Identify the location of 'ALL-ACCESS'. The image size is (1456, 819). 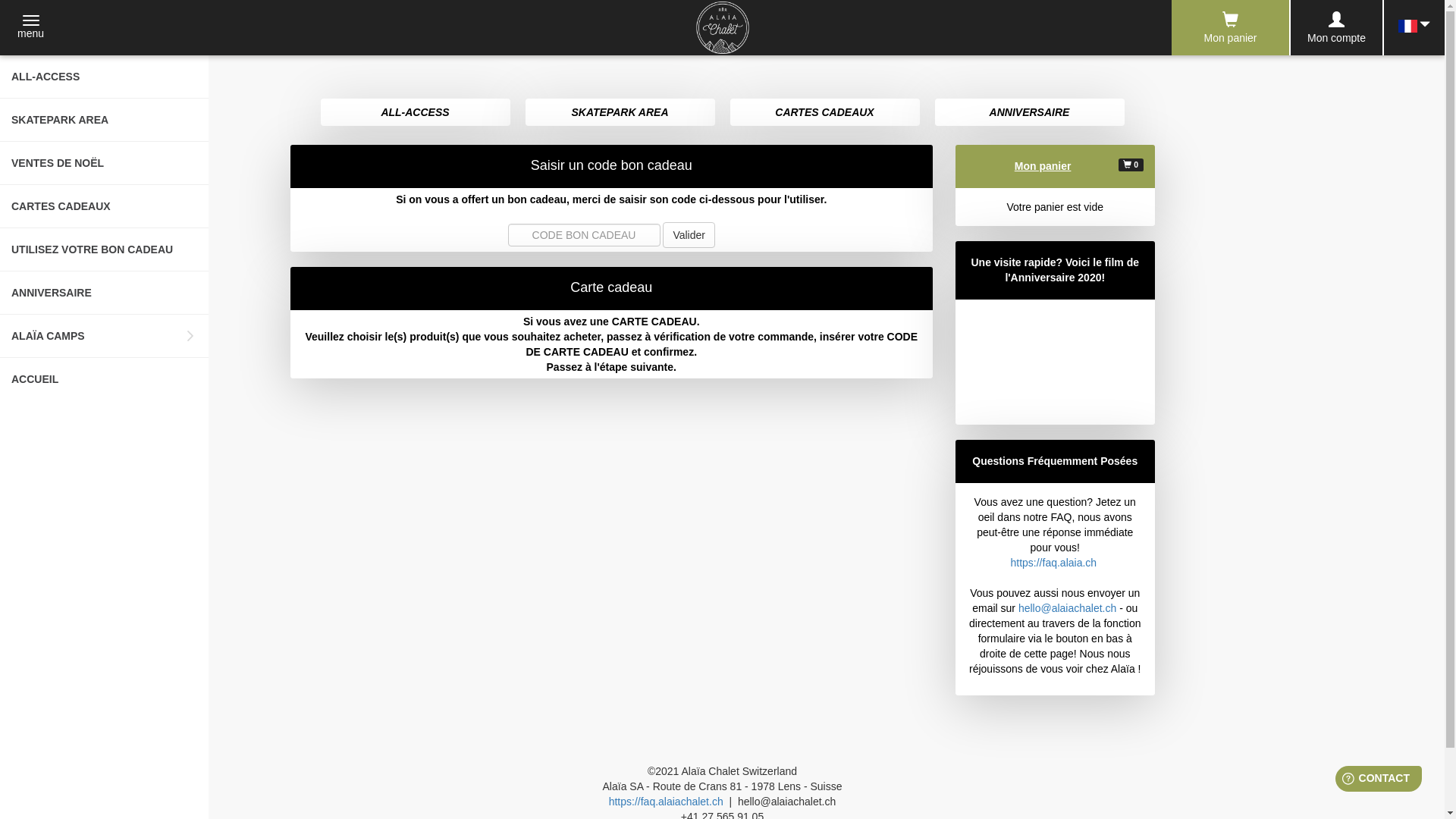
(103, 77).